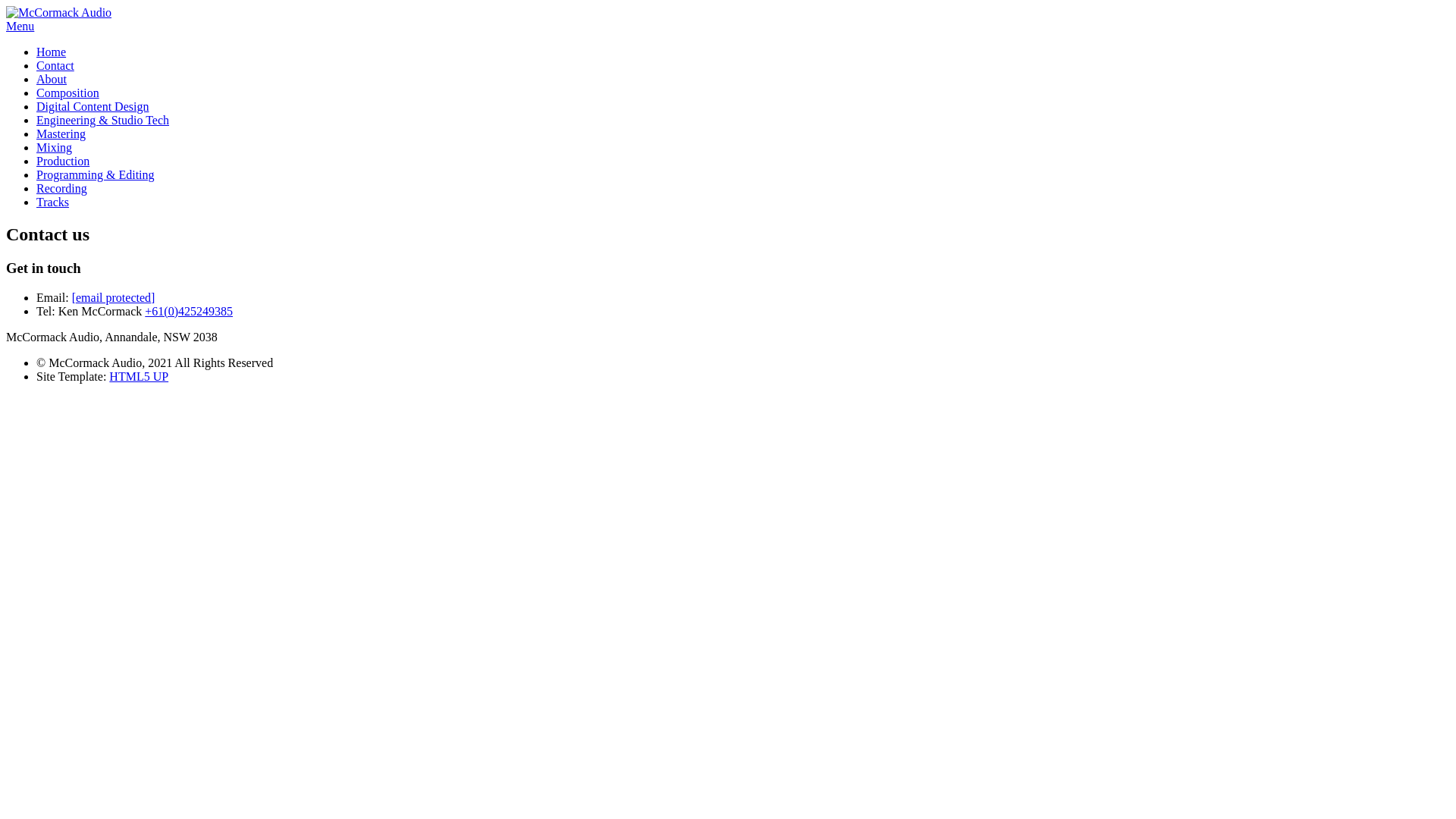 The width and height of the screenshot is (1456, 819). I want to click on 'Mastering', so click(61, 133).